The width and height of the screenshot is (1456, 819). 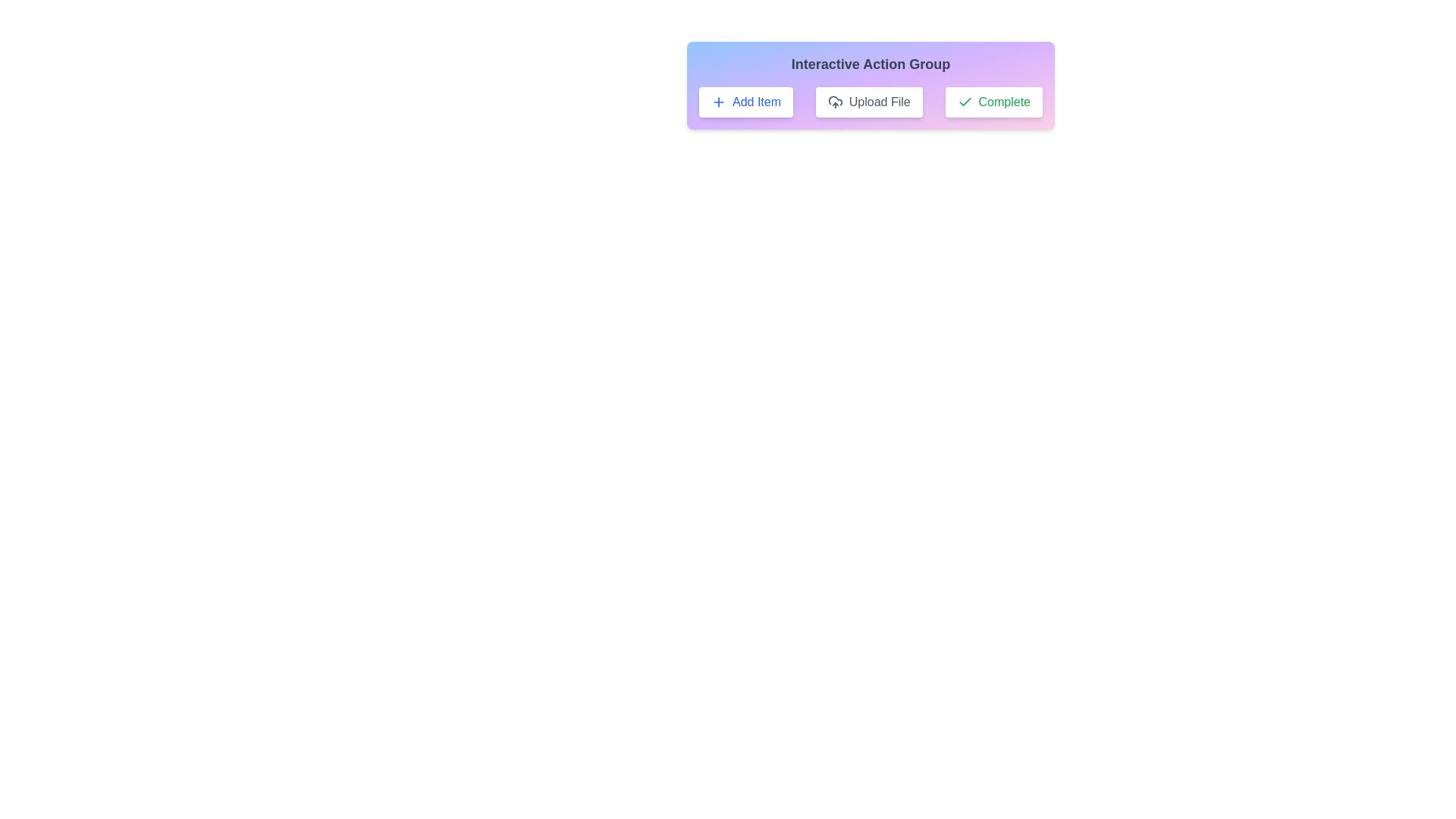 What do you see at coordinates (871, 85) in the screenshot?
I see `the 'Upload File' button, which is a white button with rounded corners and a cloud icon with an upward arrow, located under the 'Interactive Action Group' heading` at bounding box center [871, 85].